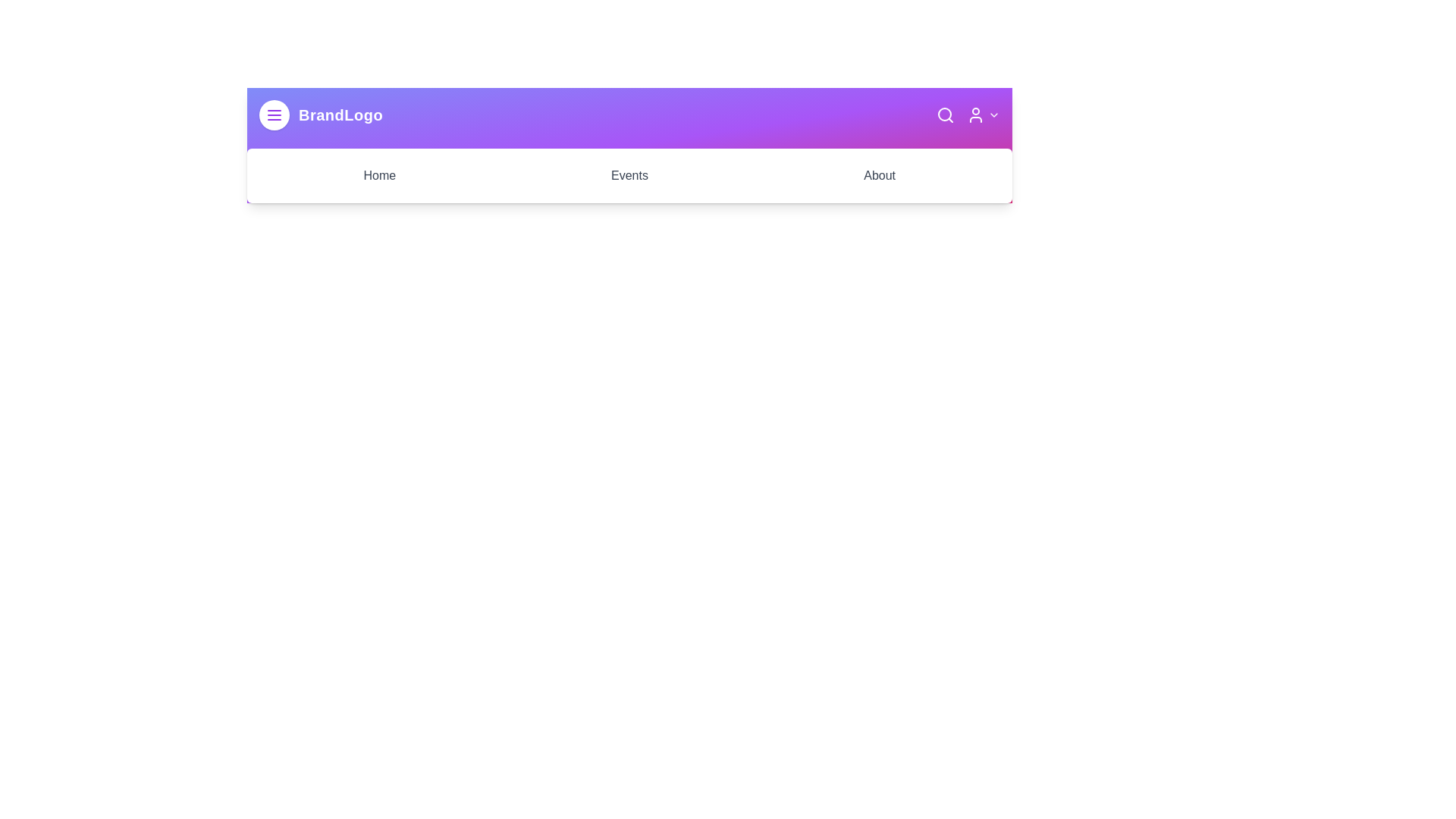  Describe the element at coordinates (378, 174) in the screenshot. I see `the Home button in the navigation bar` at that location.